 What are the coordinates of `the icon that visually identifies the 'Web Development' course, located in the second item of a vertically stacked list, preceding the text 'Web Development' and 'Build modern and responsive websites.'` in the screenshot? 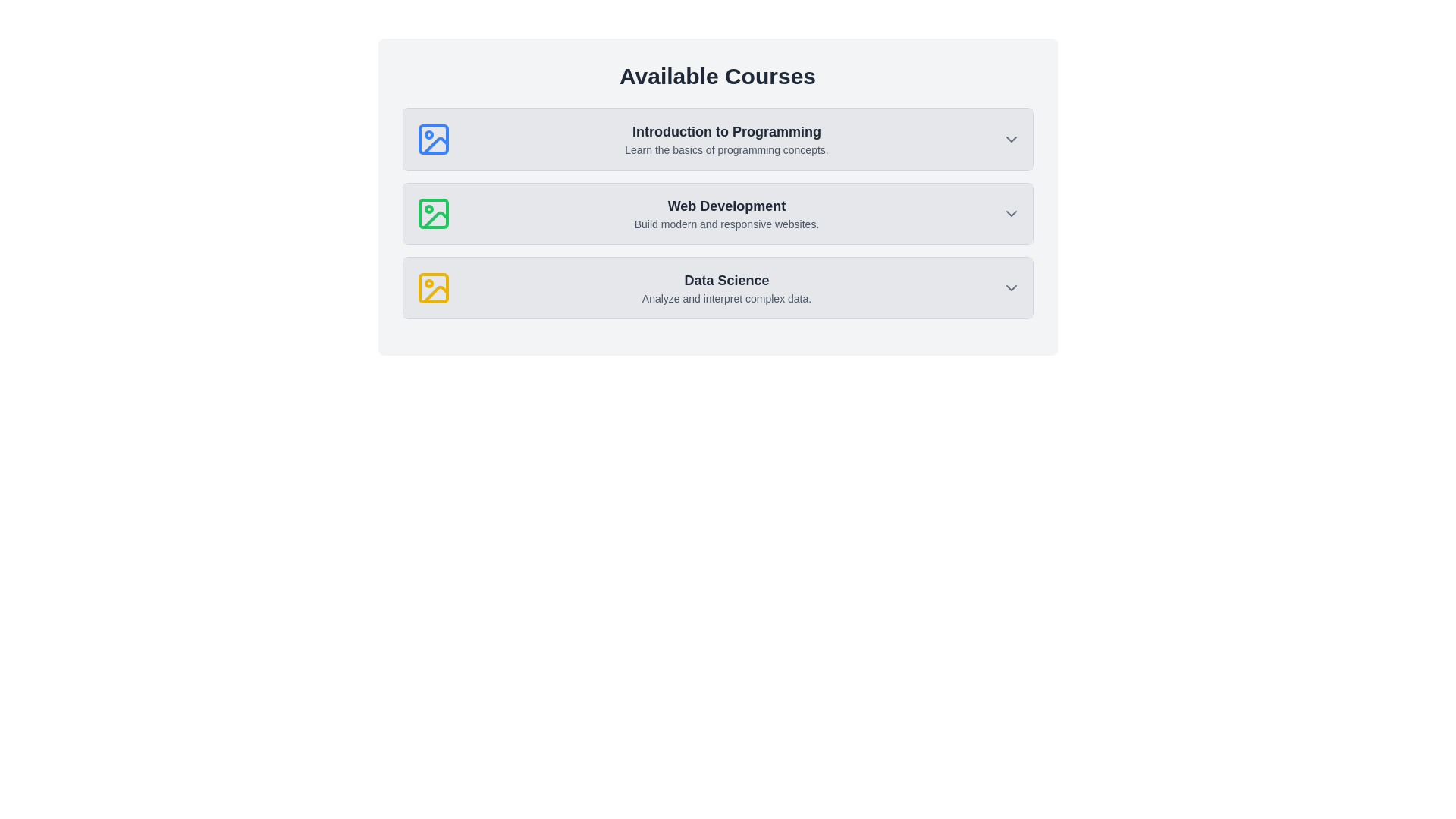 It's located at (432, 213).